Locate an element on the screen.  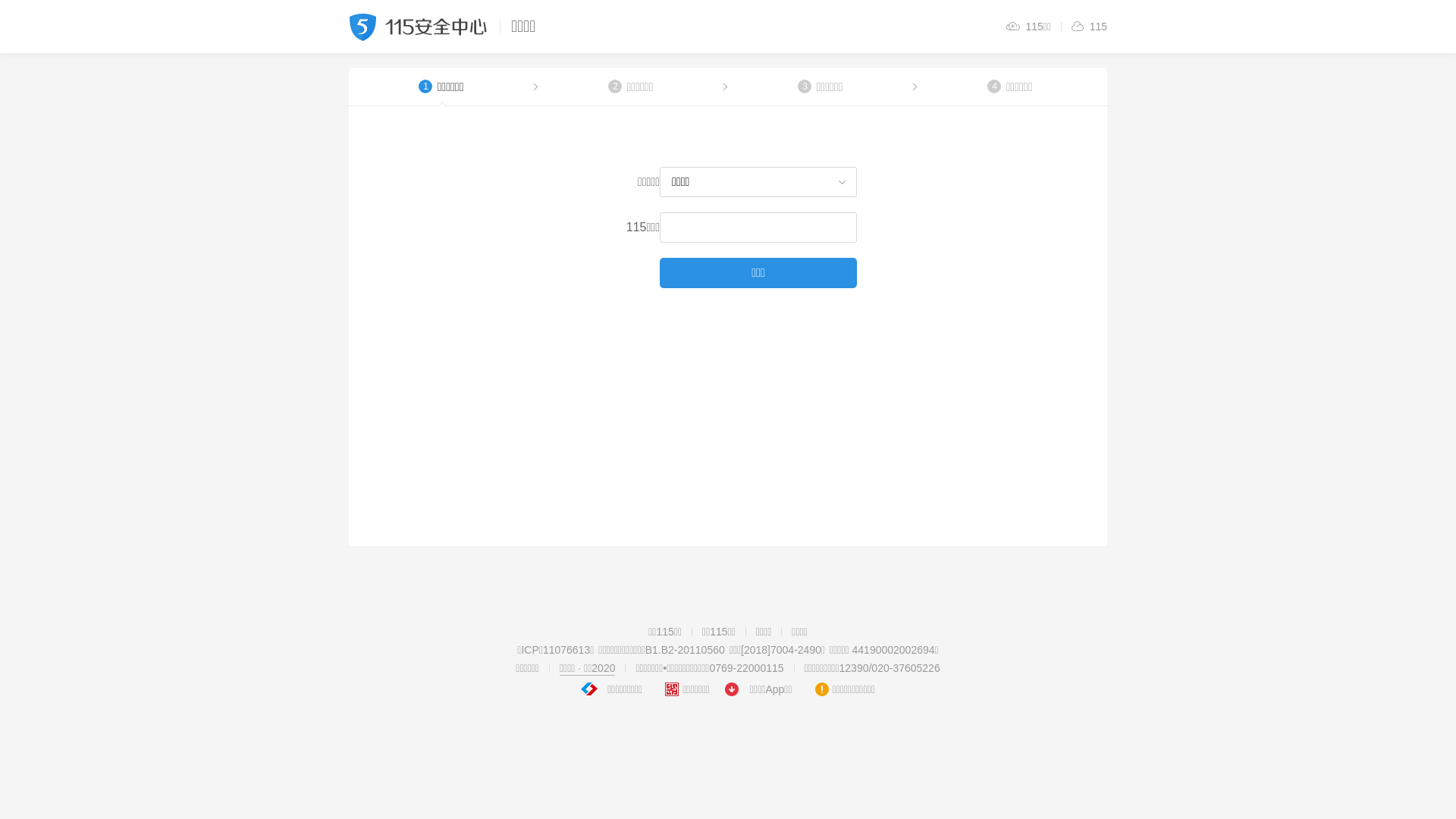
'115' is located at coordinates (1087, 26).